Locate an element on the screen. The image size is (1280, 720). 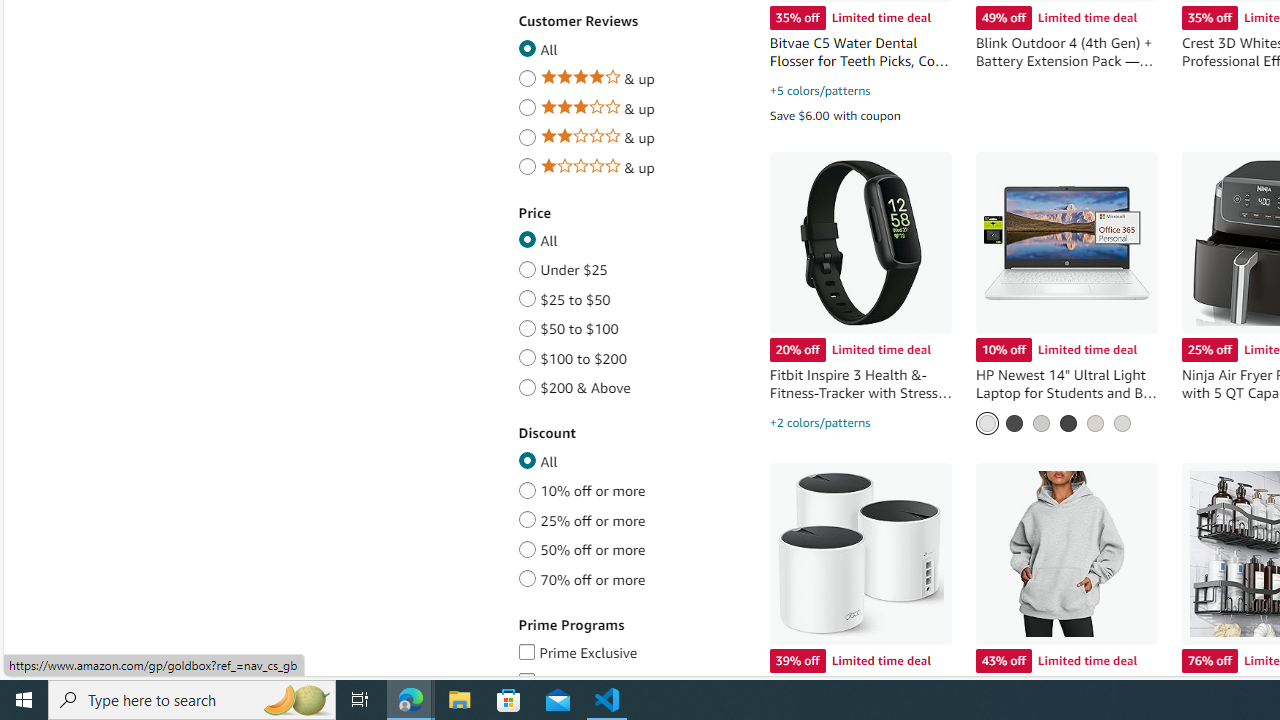
'Average review star rating of 1 and up' is located at coordinates (527, 162).